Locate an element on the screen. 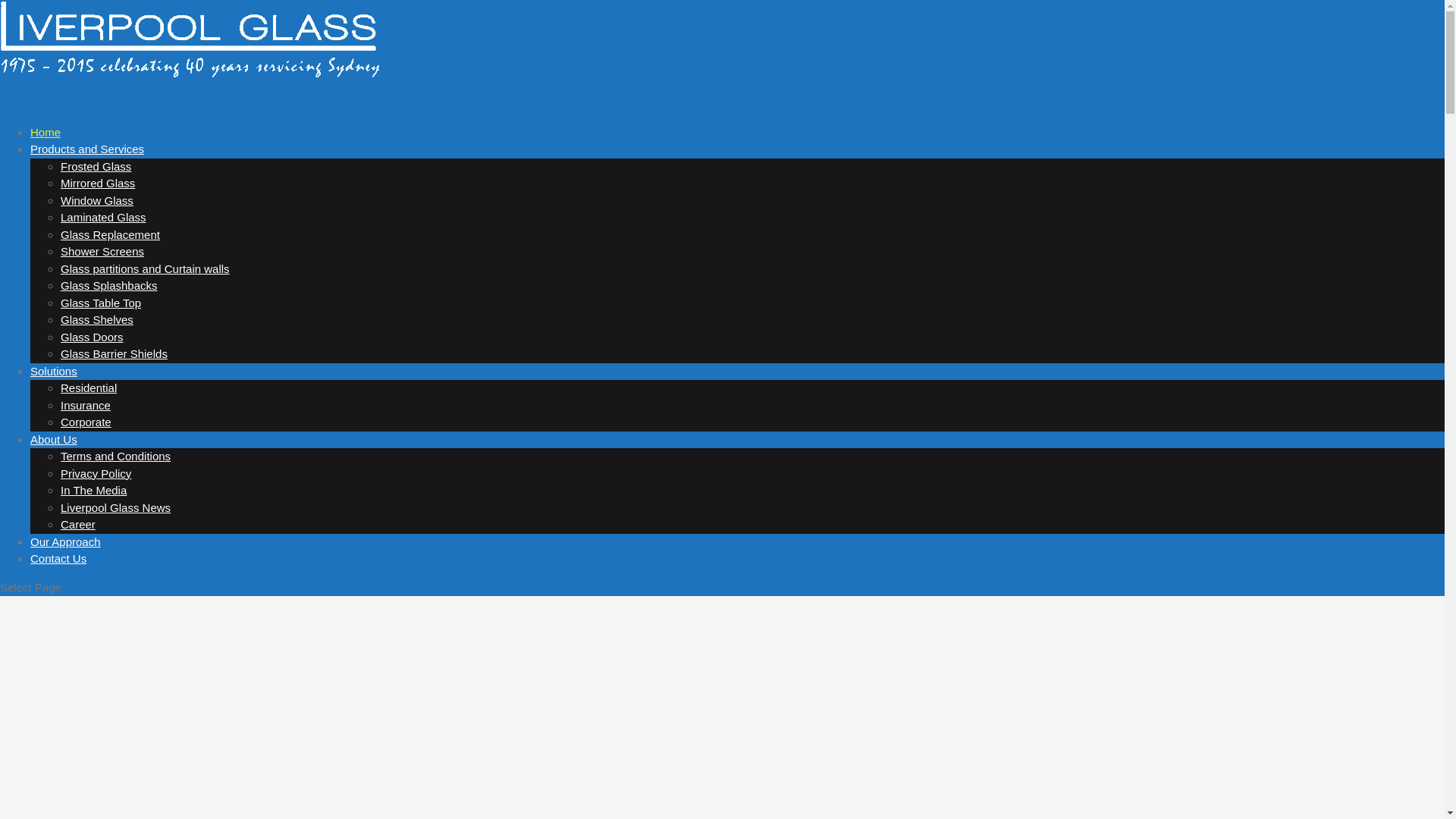 The width and height of the screenshot is (1456, 819). 'Mirrored Glass' is located at coordinates (97, 182).